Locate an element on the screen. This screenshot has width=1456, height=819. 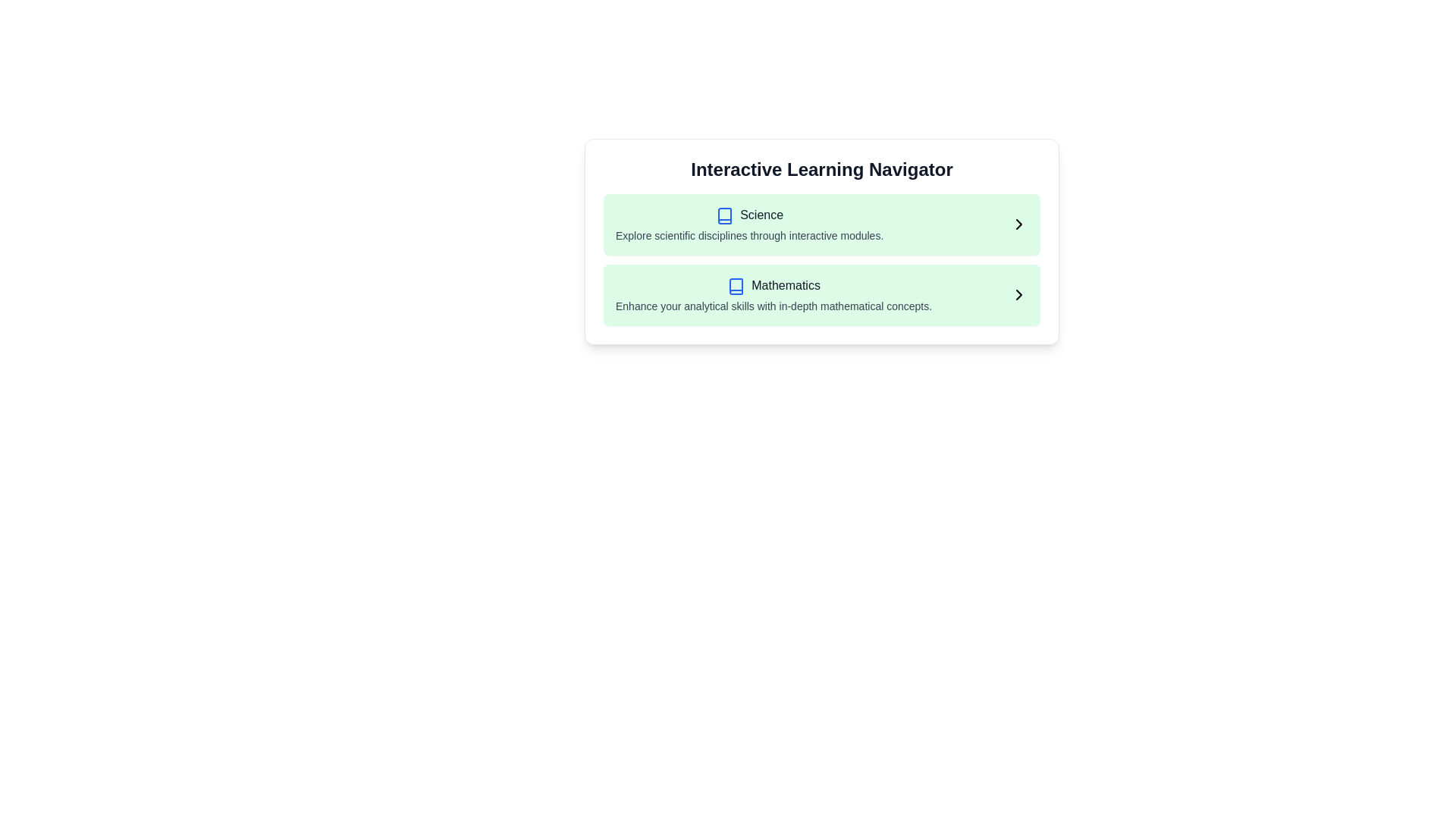
the 'Science' category icon located in the top green section of the navigator, positioned to the left of the text 'Science' is located at coordinates (724, 215).